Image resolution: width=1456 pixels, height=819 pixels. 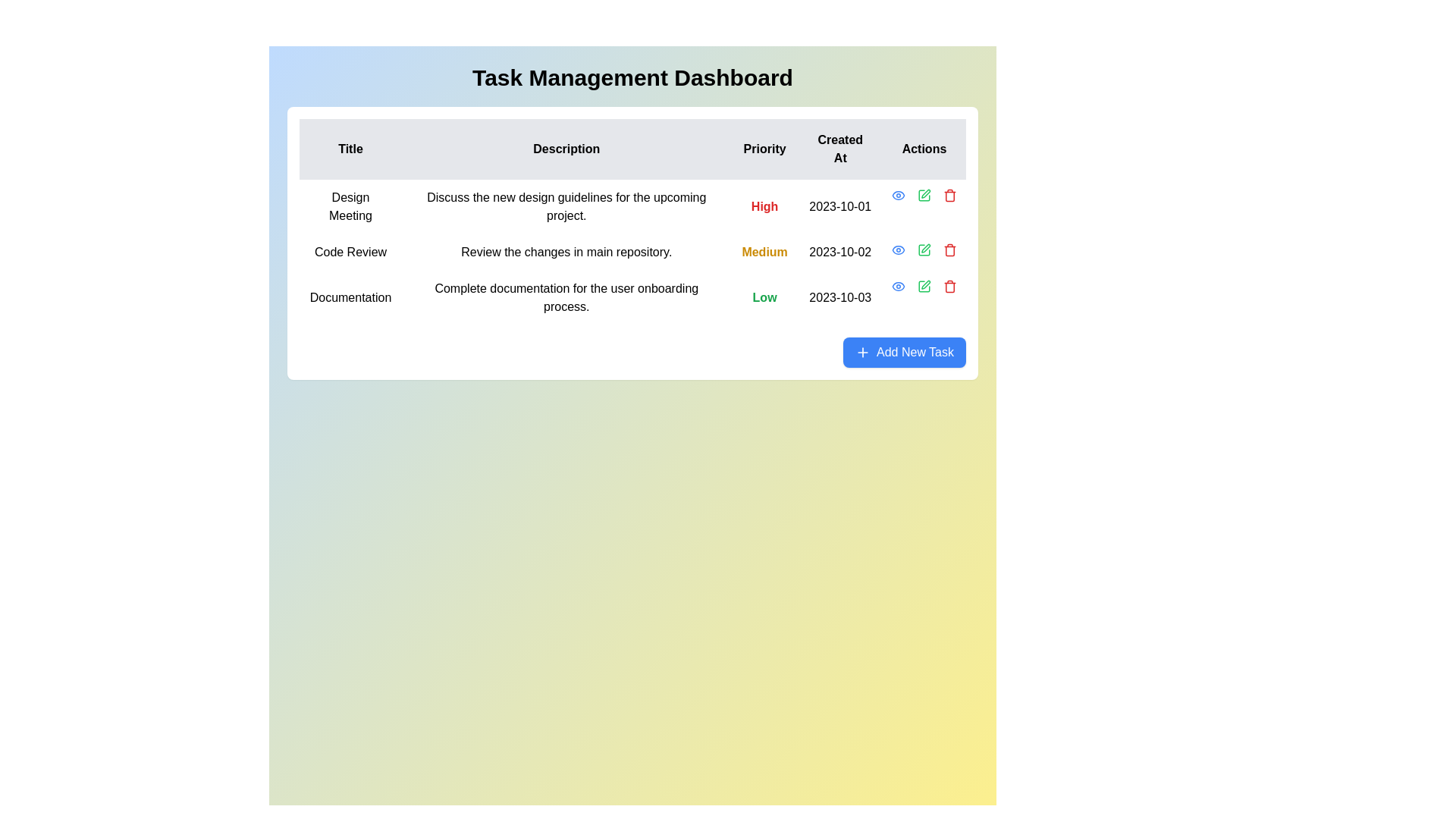 What do you see at coordinates (925, 284) in the screenshot?
I see `the editing icon in the Actions column of the third row labeled 'Documentation' in the task management table` at bounding box center [925, 284].